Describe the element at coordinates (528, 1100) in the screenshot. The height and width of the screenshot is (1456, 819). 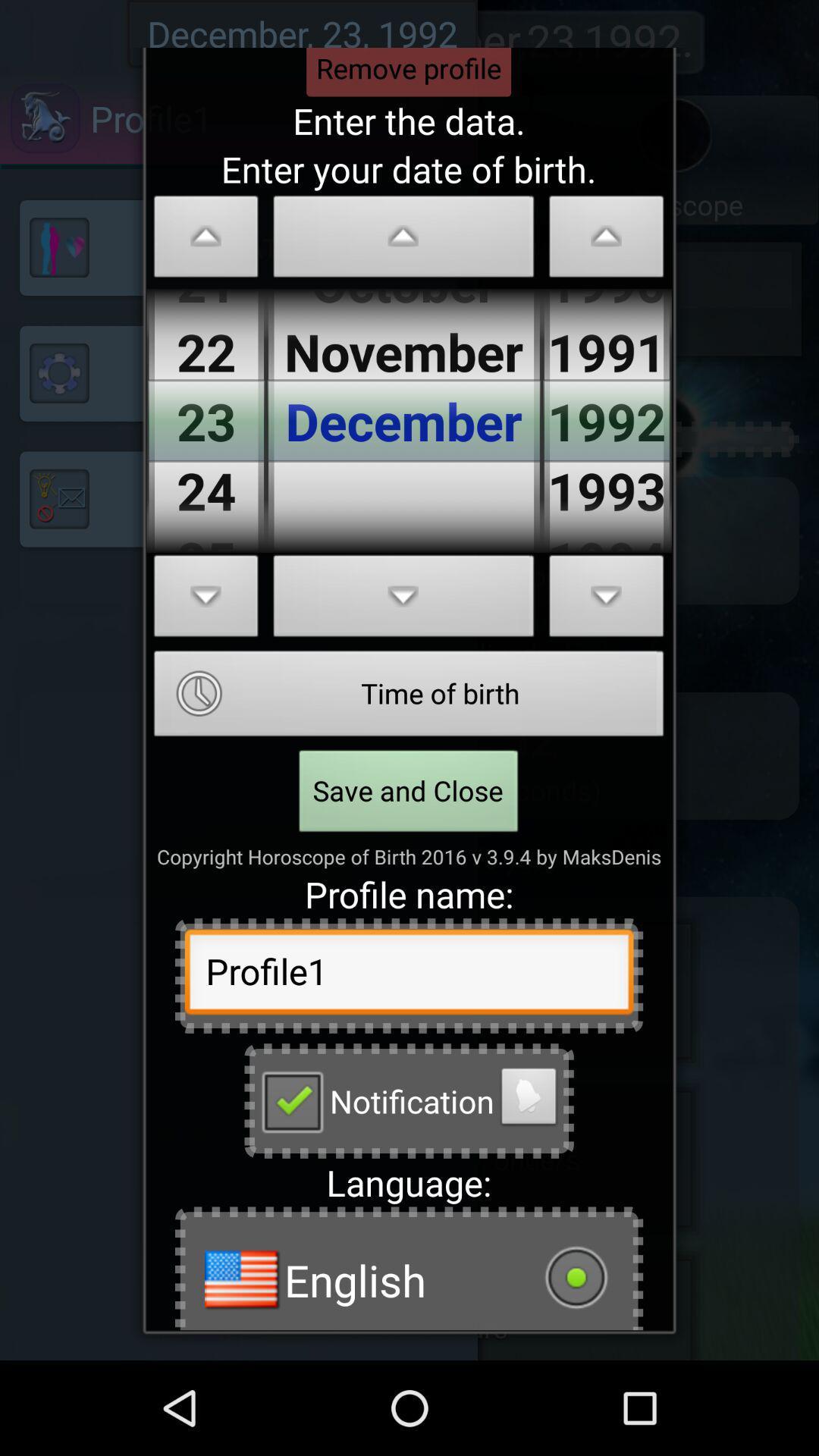
I see `turn notifications on` at that location.